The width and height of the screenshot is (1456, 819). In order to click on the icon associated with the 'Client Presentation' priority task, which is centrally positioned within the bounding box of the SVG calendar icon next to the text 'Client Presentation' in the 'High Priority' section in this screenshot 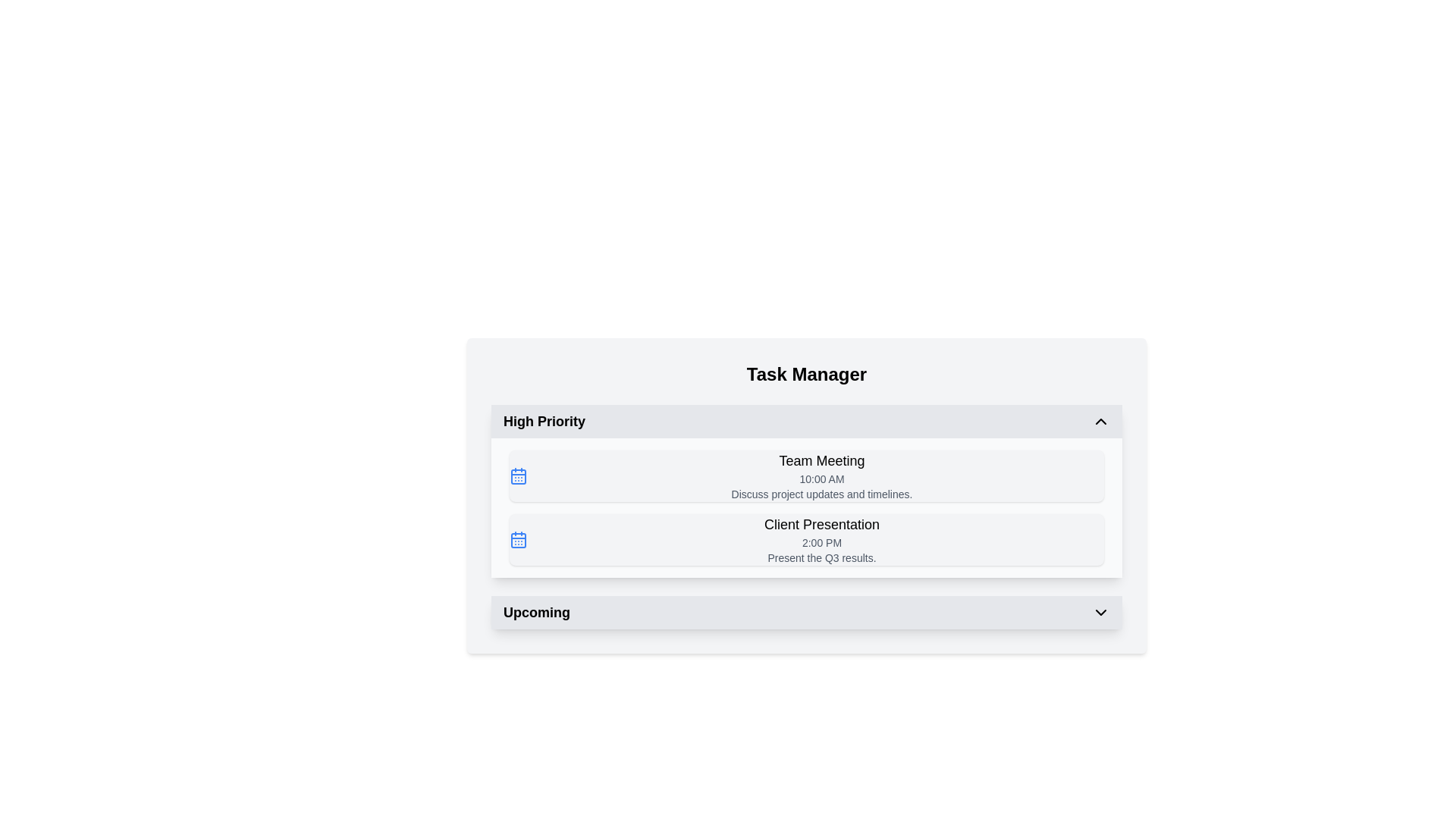, I will do `click(519, 540)`.